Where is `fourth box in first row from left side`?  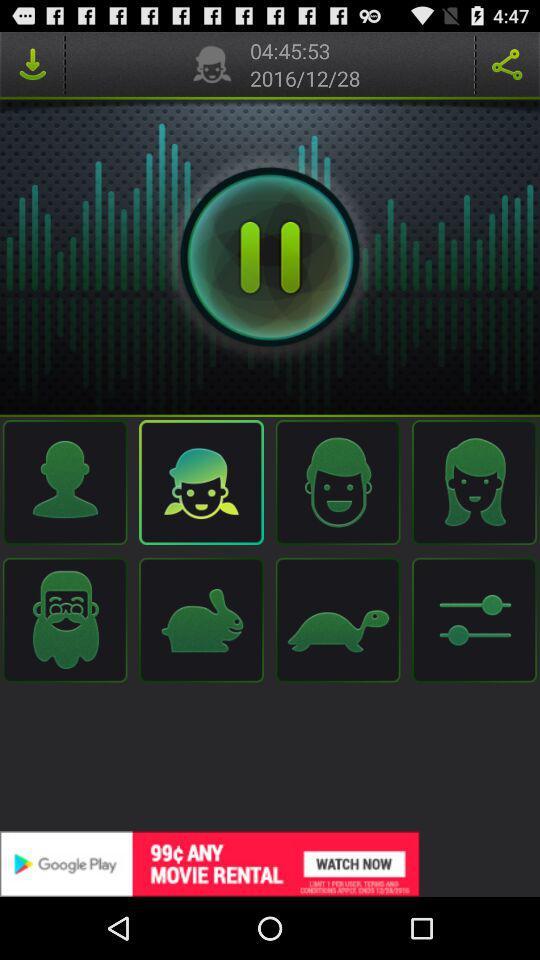 fourth box in first row from left side is located at coordinates (473, 481).